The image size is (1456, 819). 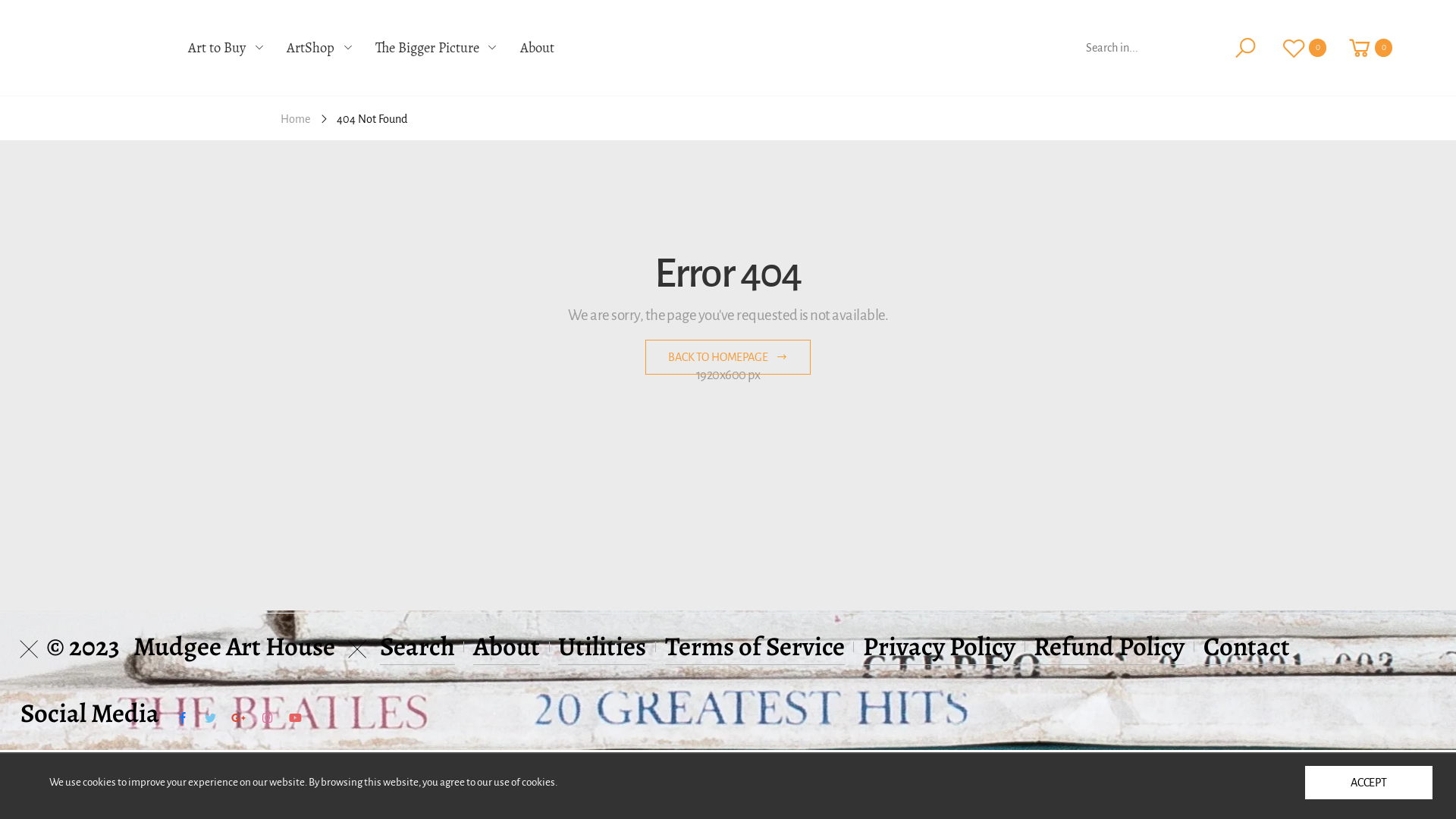 I want to click on 'Refund Policy', so click(x=1109, y=646).